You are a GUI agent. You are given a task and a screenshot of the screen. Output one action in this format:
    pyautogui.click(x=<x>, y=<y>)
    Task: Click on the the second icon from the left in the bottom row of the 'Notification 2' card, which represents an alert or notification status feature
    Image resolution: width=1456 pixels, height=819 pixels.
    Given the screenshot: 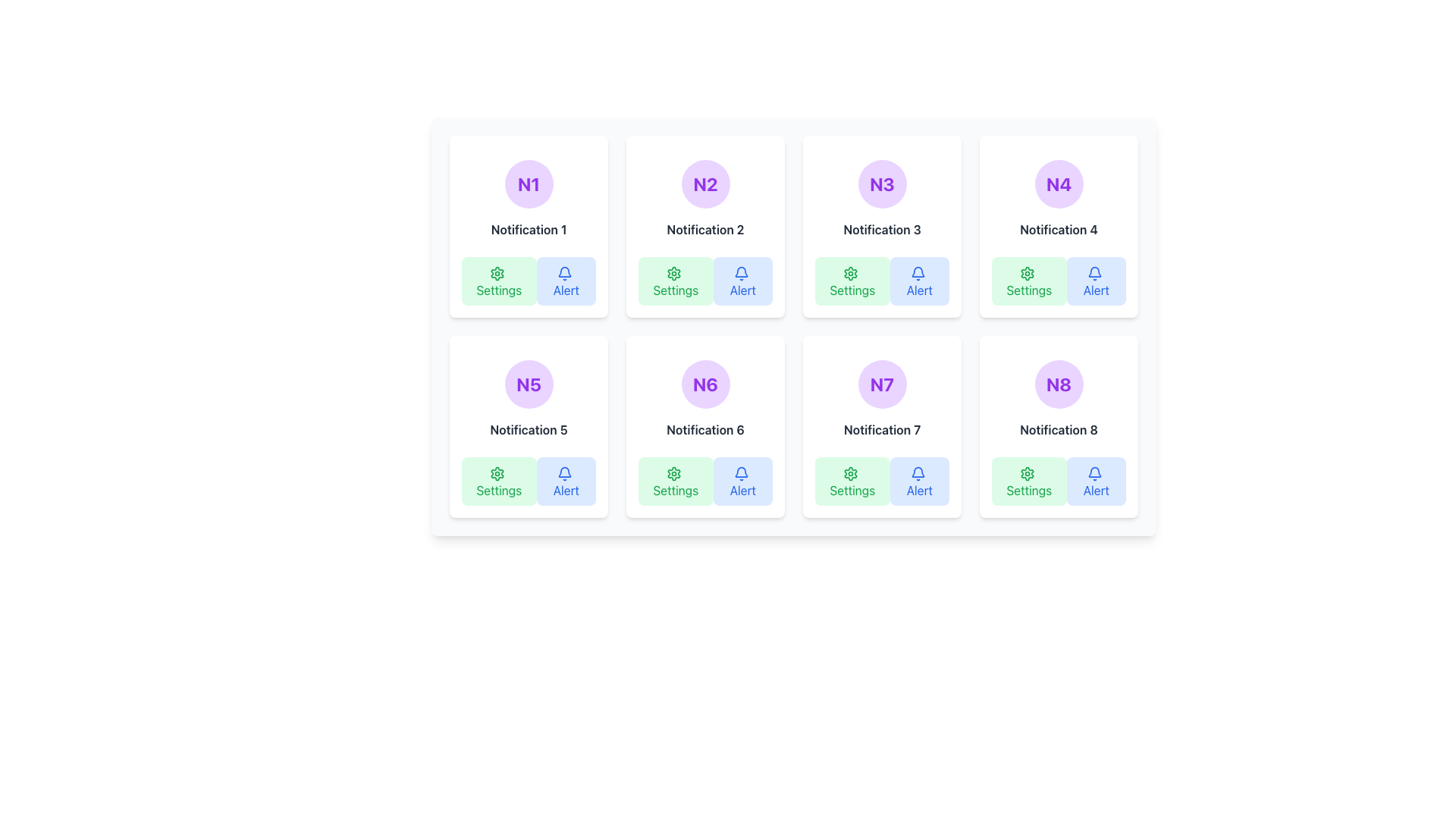 What is the action you would take?
    pyautogui.click(x=741, y=271)
    